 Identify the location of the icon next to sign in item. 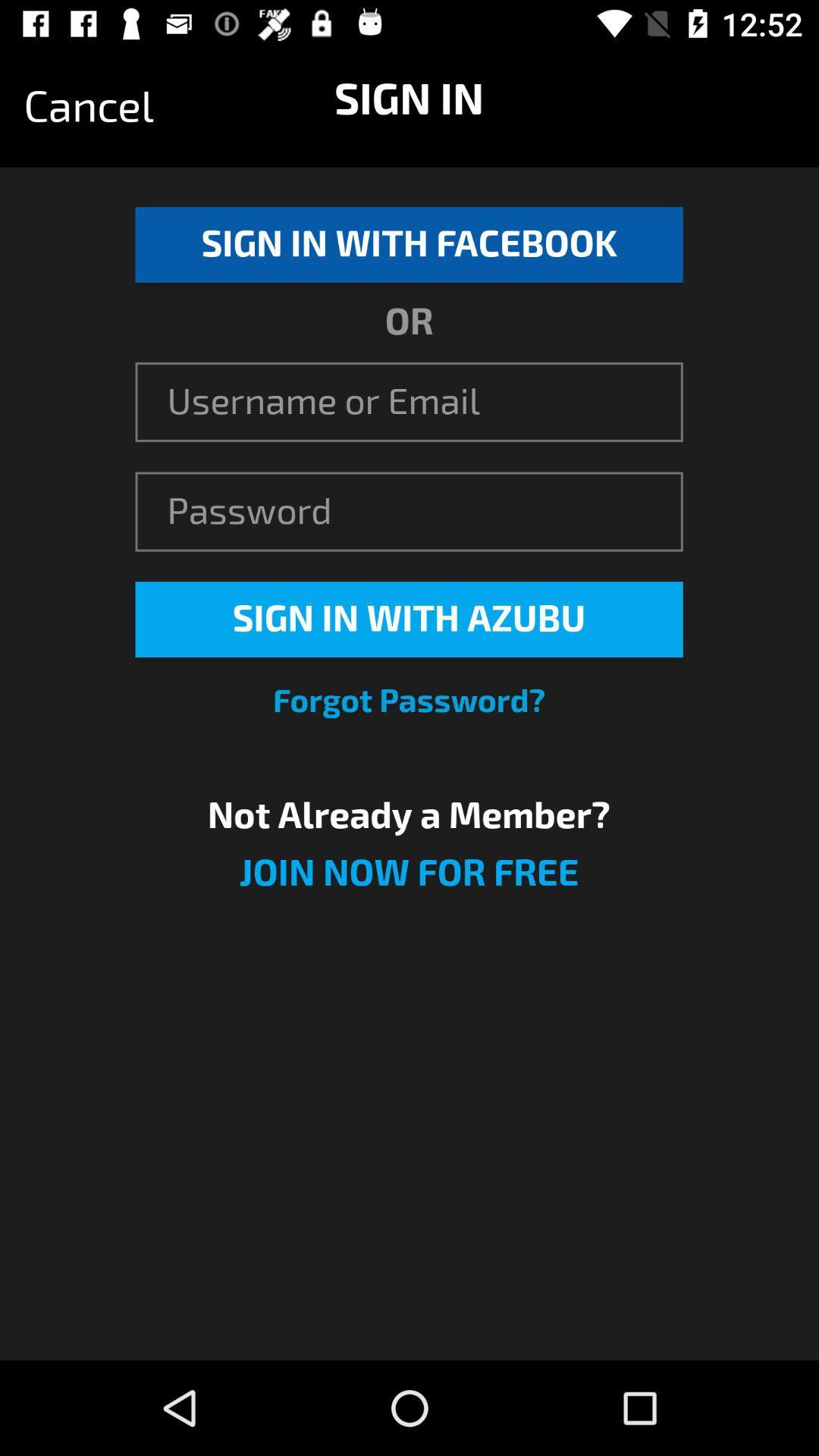
(89, 106).